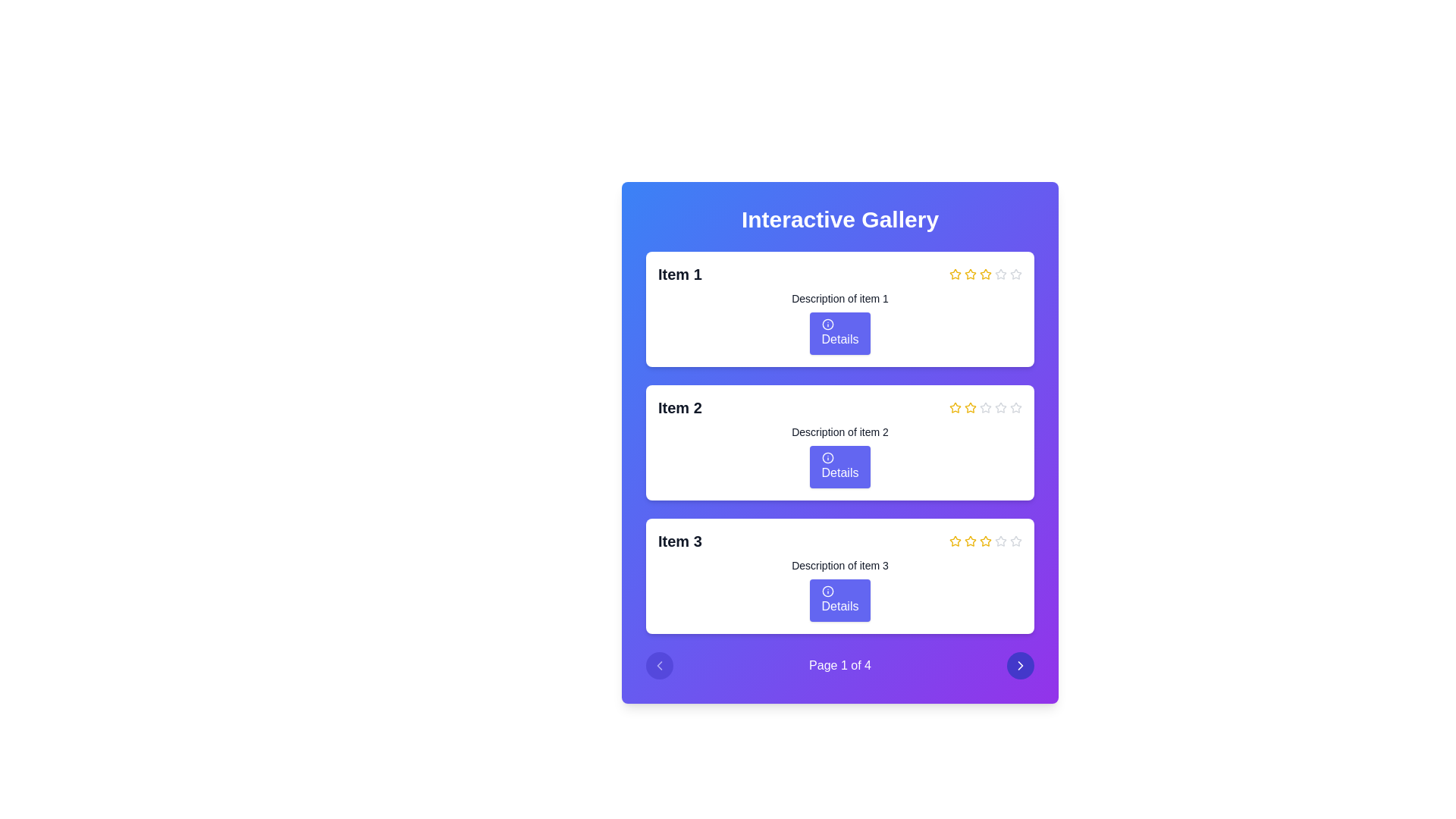  Describe the element at coordinates (827, 590) in the screenshot. I see `the circular SVG element representing the 'info' icon, which is styled as part of an icon and is positioned in the 'Details' button under 'Item 3'` at that location.